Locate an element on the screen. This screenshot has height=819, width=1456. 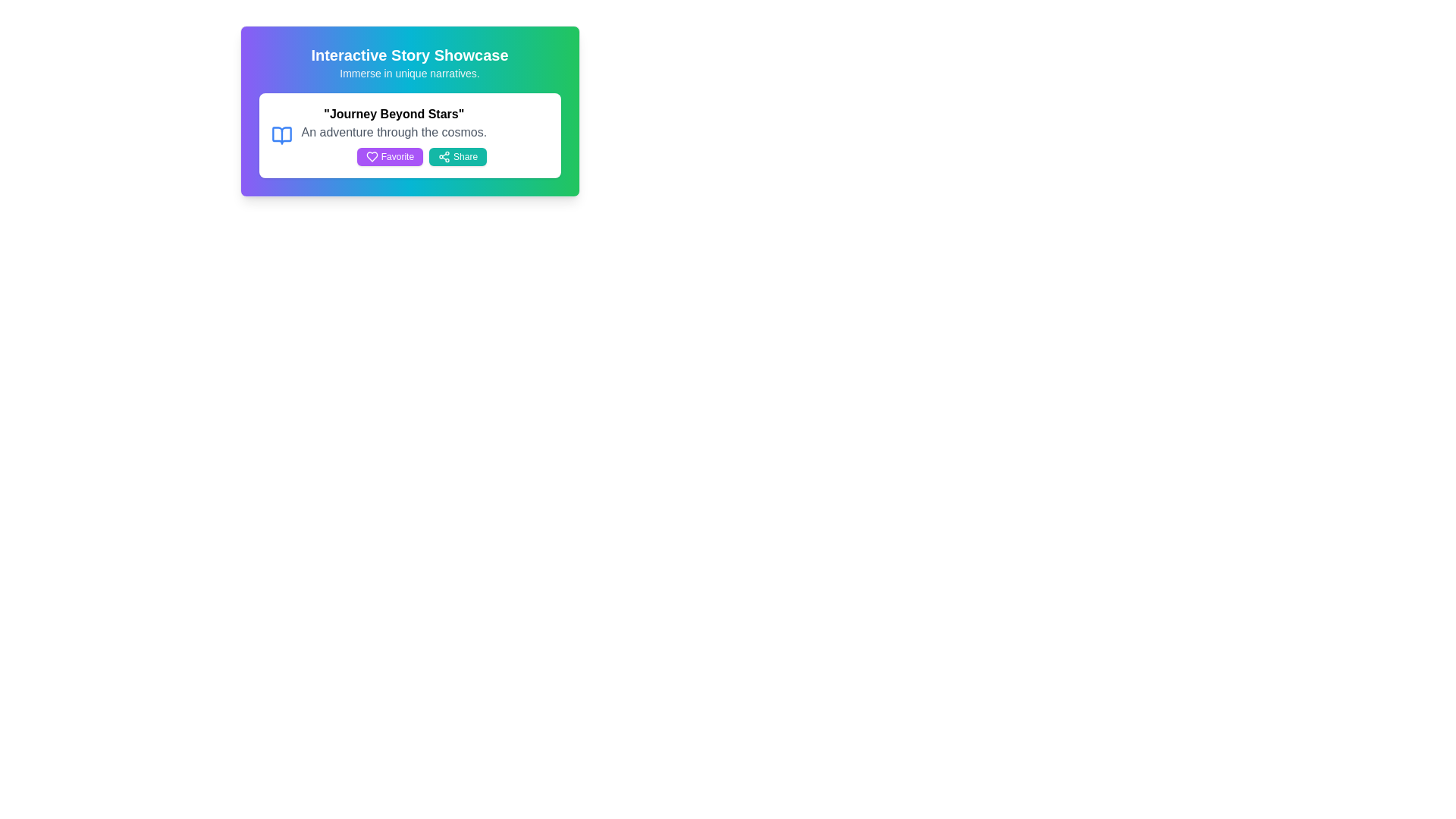
the text element displaying 'Interactive Story Showcase' in white bold font to interact with it is located at coordinates (409, 55).